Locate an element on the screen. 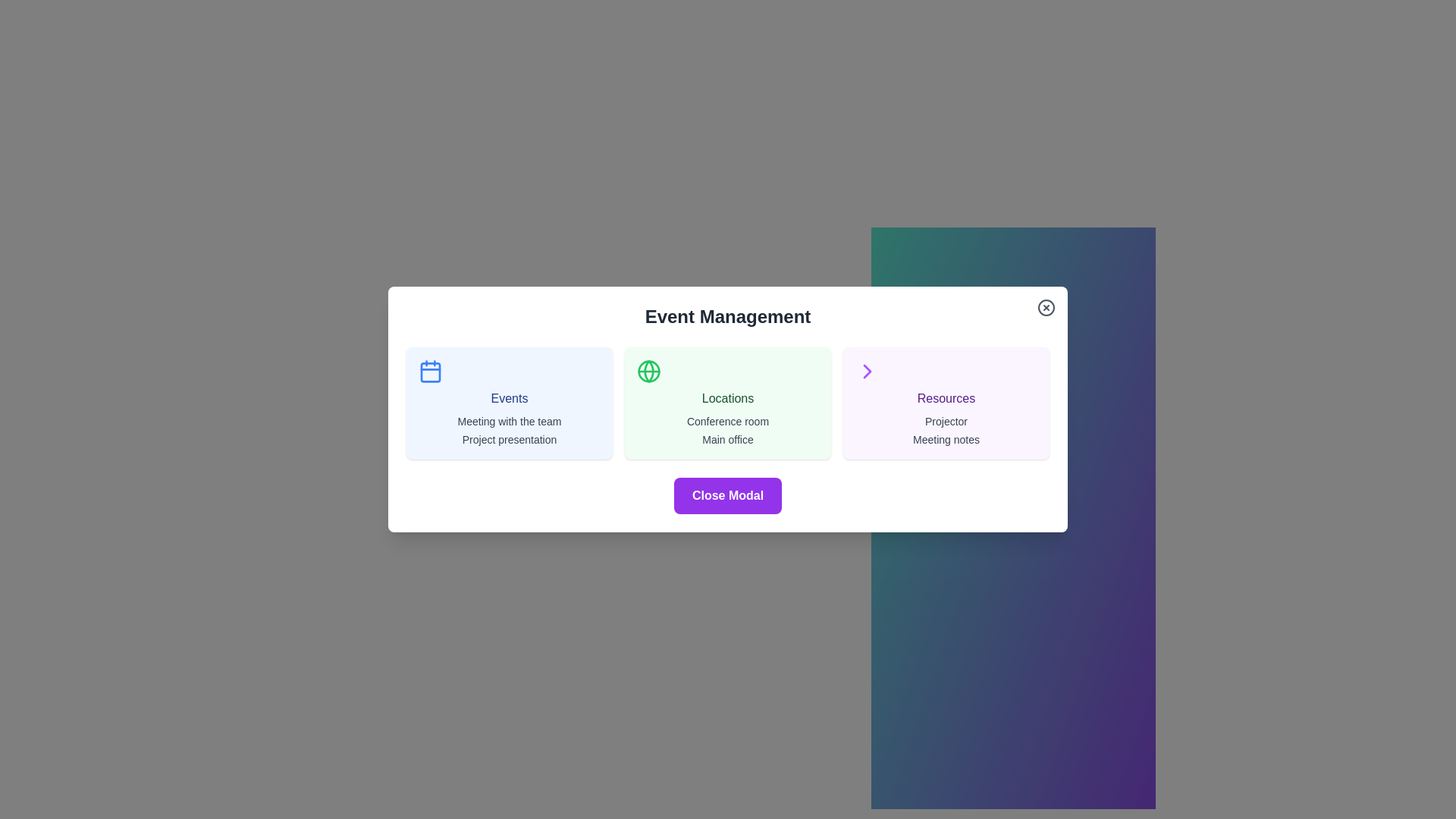 Image resolution: width=1456 pixels, height=819 pixels. the circular 'X' button with a gray border at the top-right corner of the modal is located at coordinates (1046, 307).